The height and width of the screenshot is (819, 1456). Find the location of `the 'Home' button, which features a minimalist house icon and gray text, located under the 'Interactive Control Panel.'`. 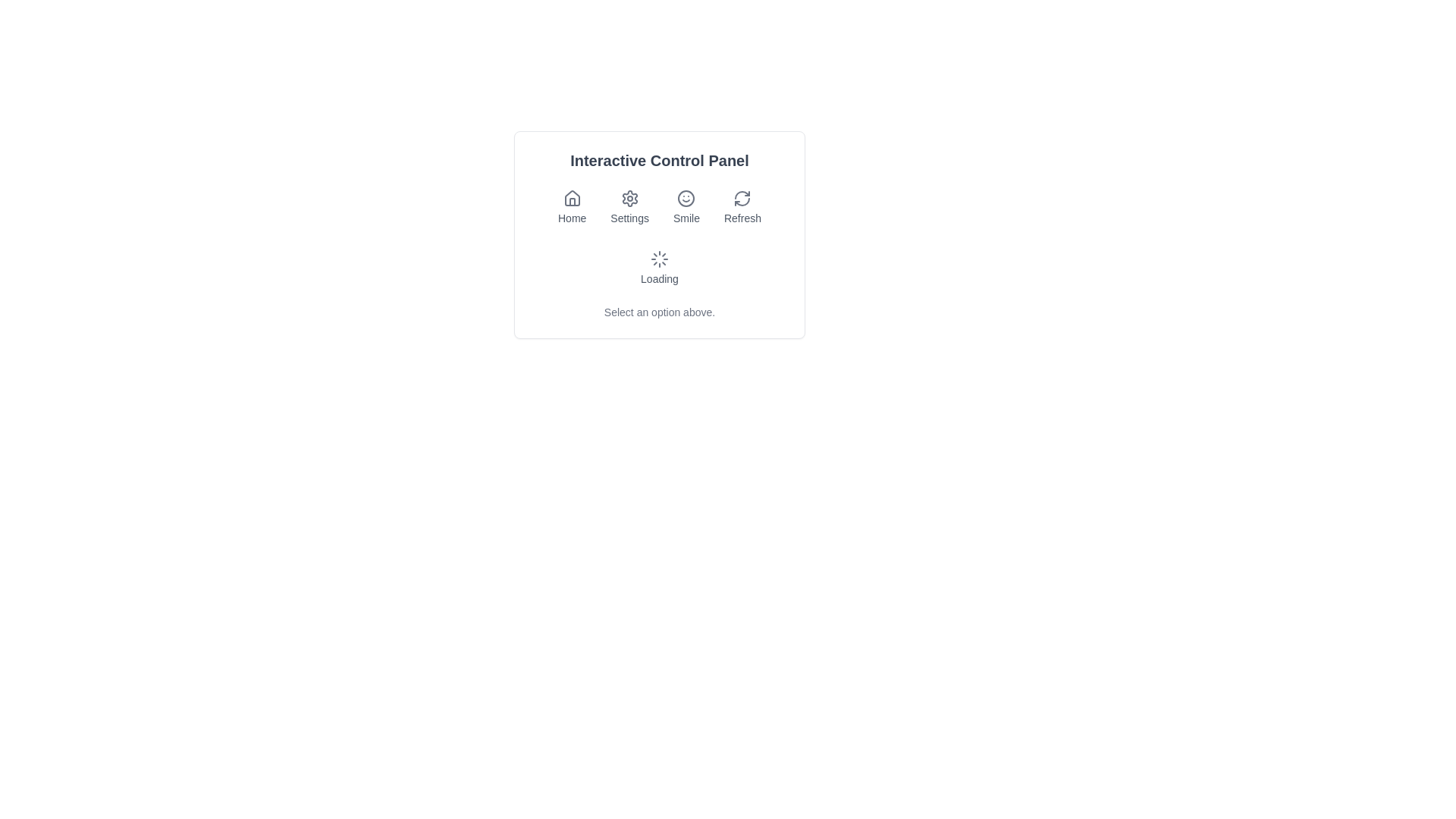

the 'Home' button, which features a minimalist house icon and gray text, located under the 'Interactive Control Panel.' is located at coordinates (571, 207).